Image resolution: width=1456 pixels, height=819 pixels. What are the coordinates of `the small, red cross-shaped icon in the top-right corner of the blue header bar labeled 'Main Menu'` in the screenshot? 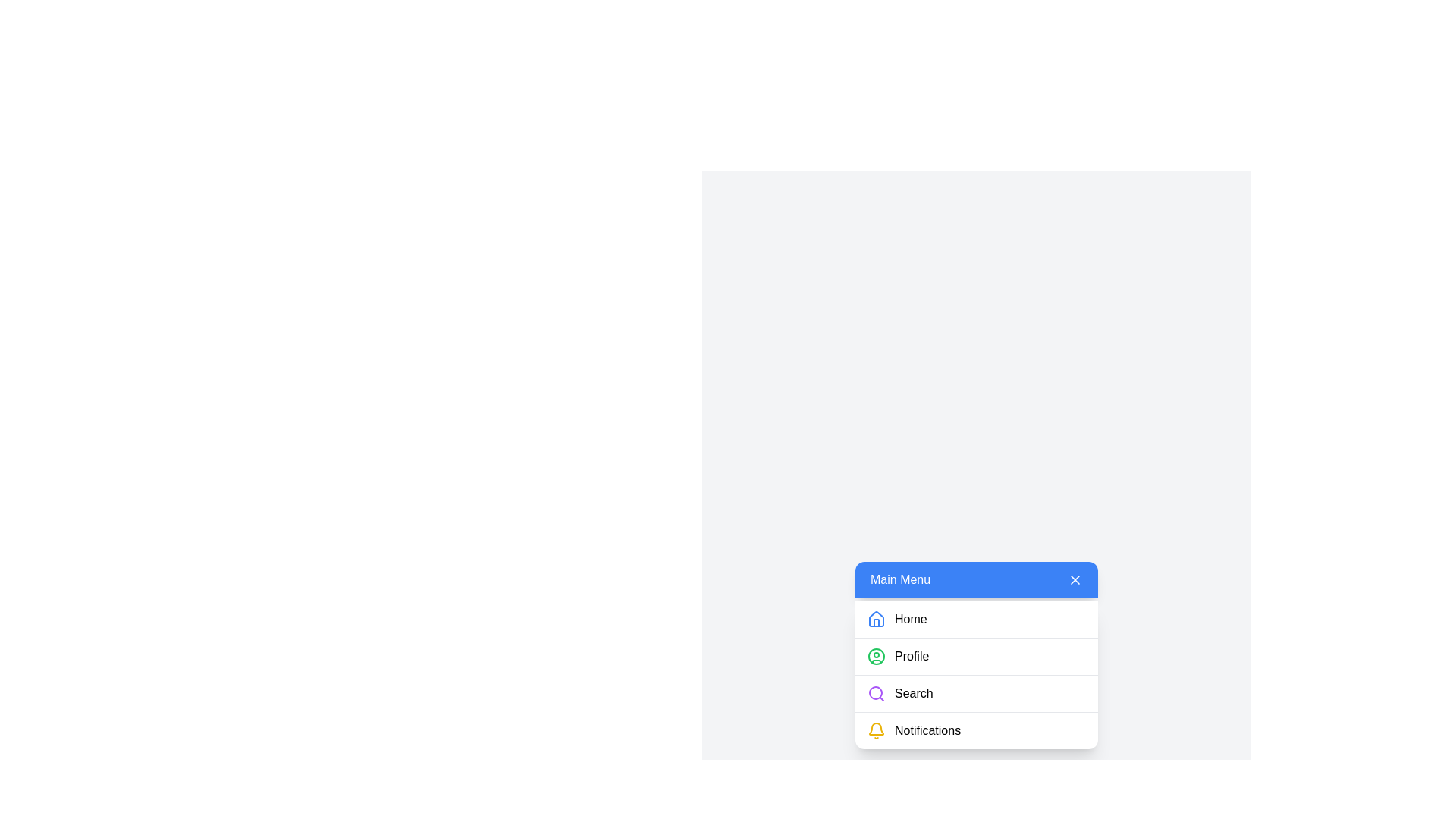 It's located at (1074, 579).